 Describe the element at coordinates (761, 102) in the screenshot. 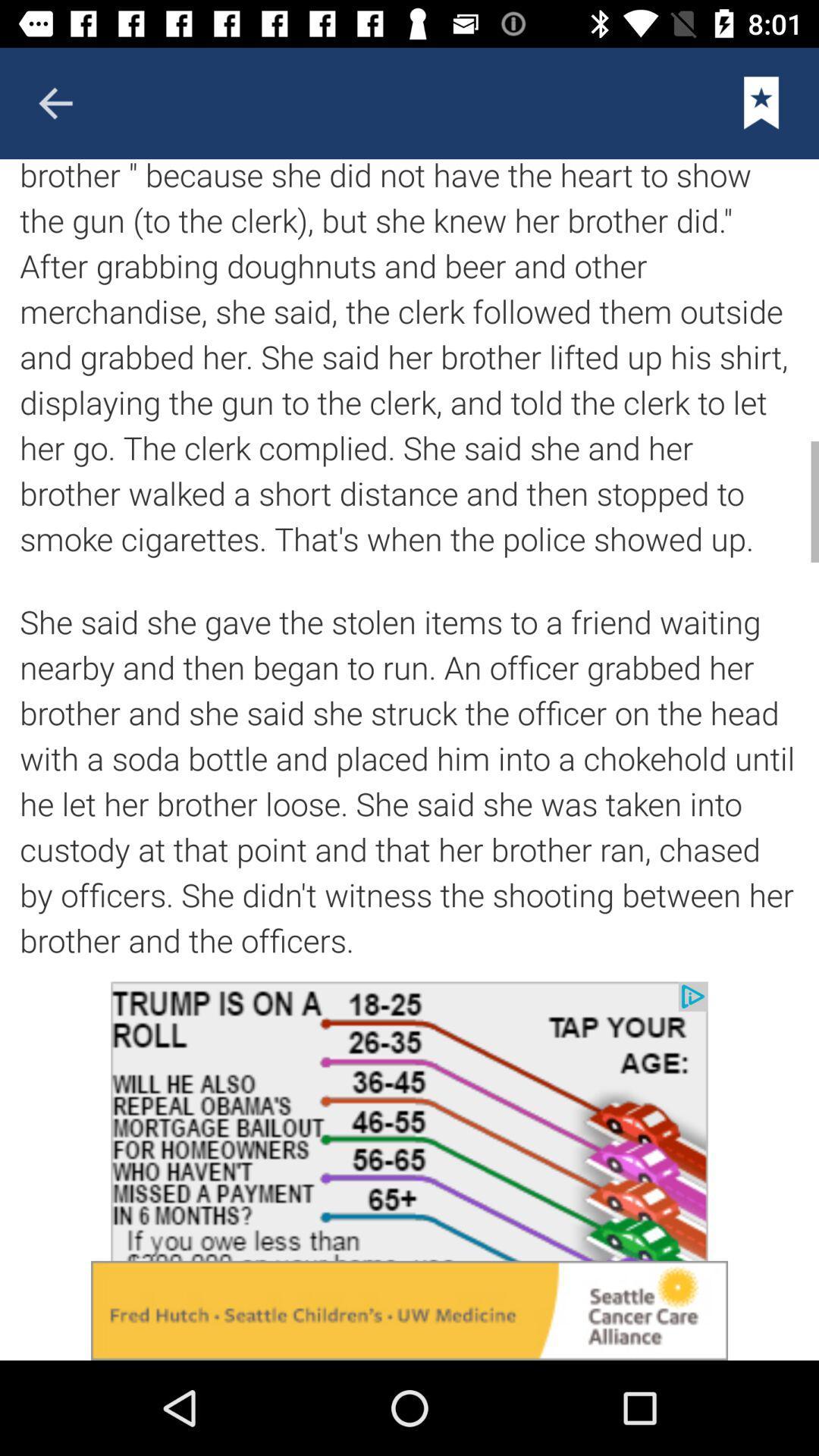

I see `the bookmark icon` at that location.